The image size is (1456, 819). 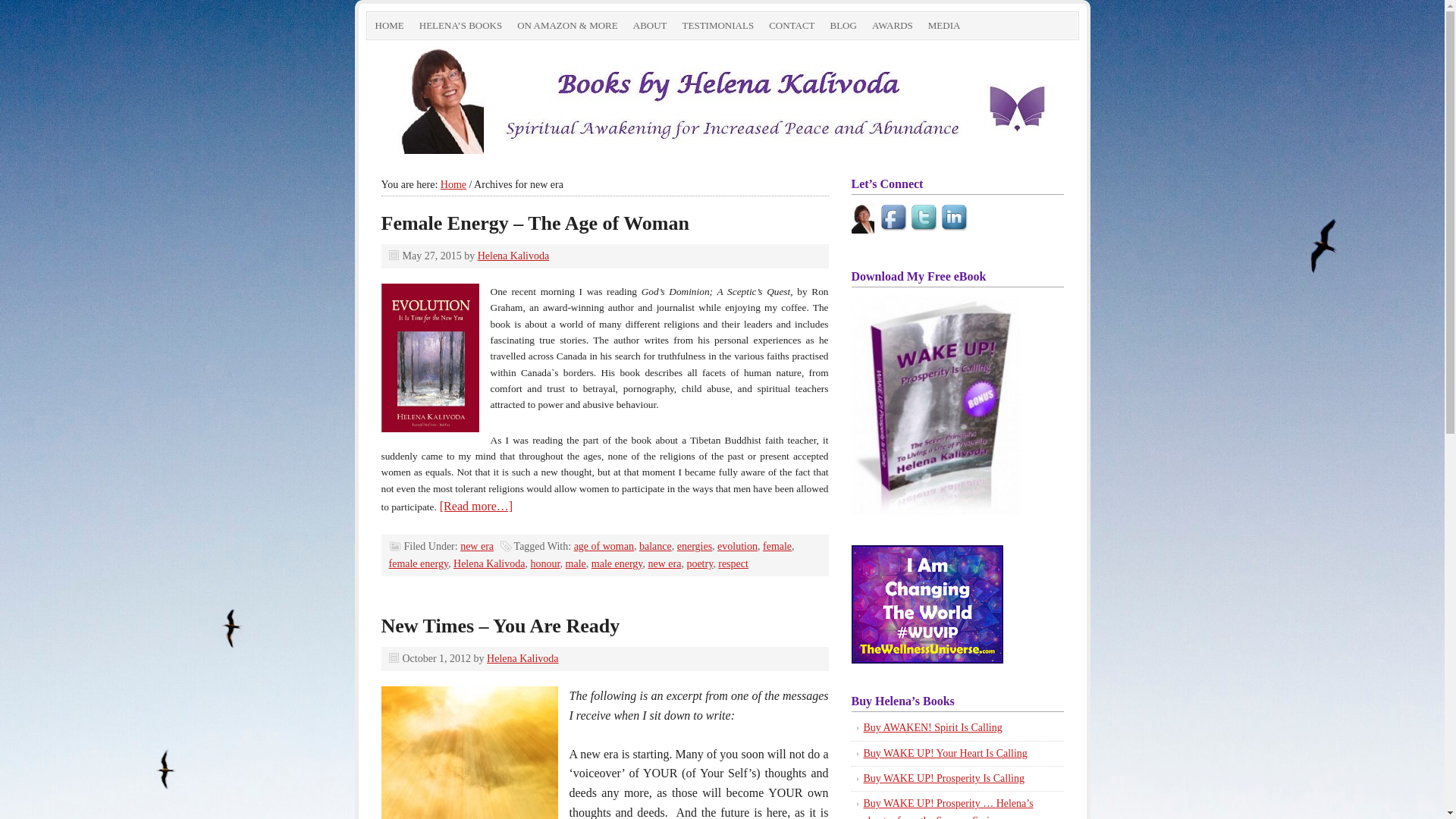 I want to click on 'facebook page', so click(x=851, y=218).